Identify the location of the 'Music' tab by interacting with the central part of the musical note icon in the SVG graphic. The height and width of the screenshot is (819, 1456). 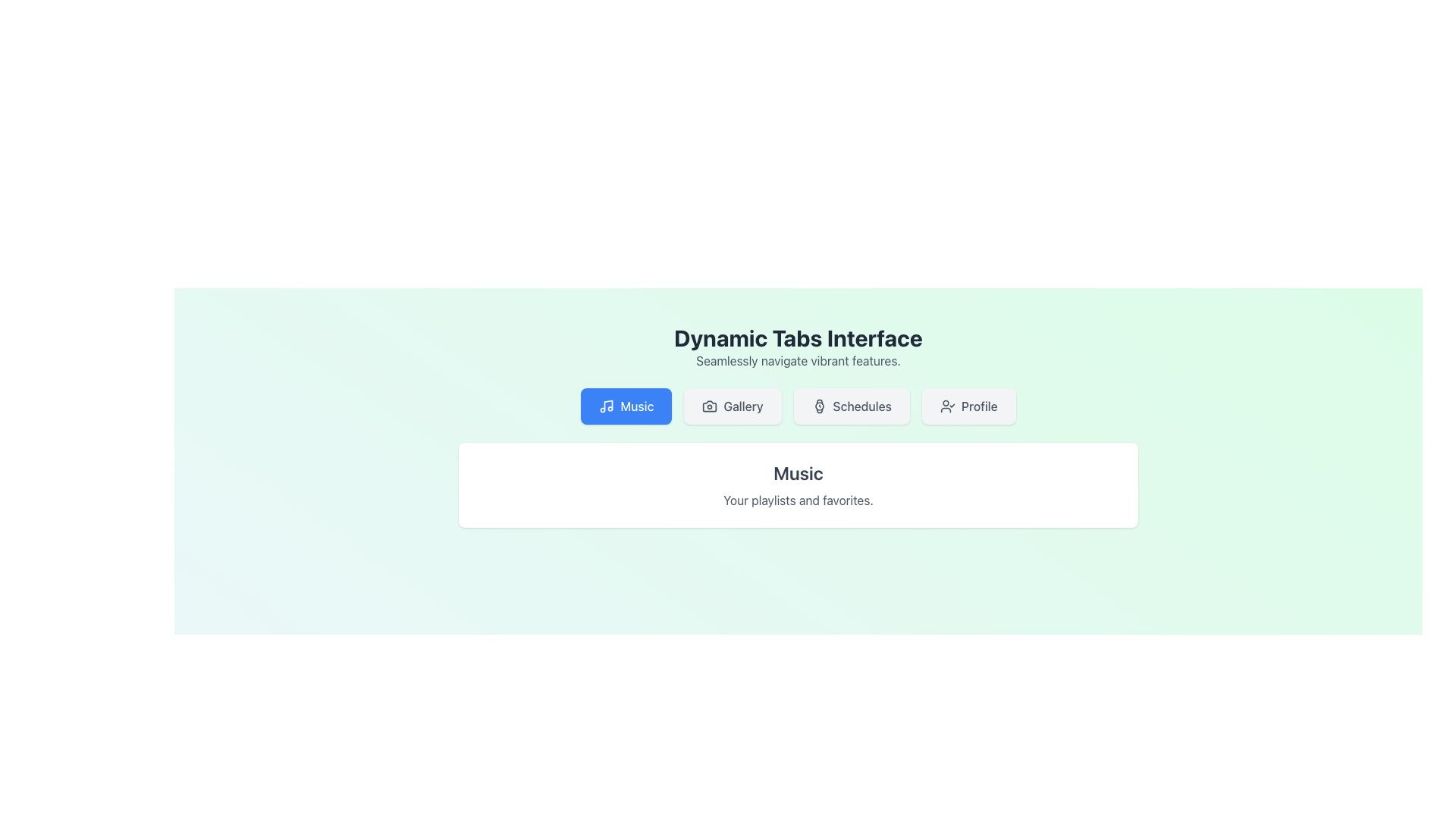
(608, 404).